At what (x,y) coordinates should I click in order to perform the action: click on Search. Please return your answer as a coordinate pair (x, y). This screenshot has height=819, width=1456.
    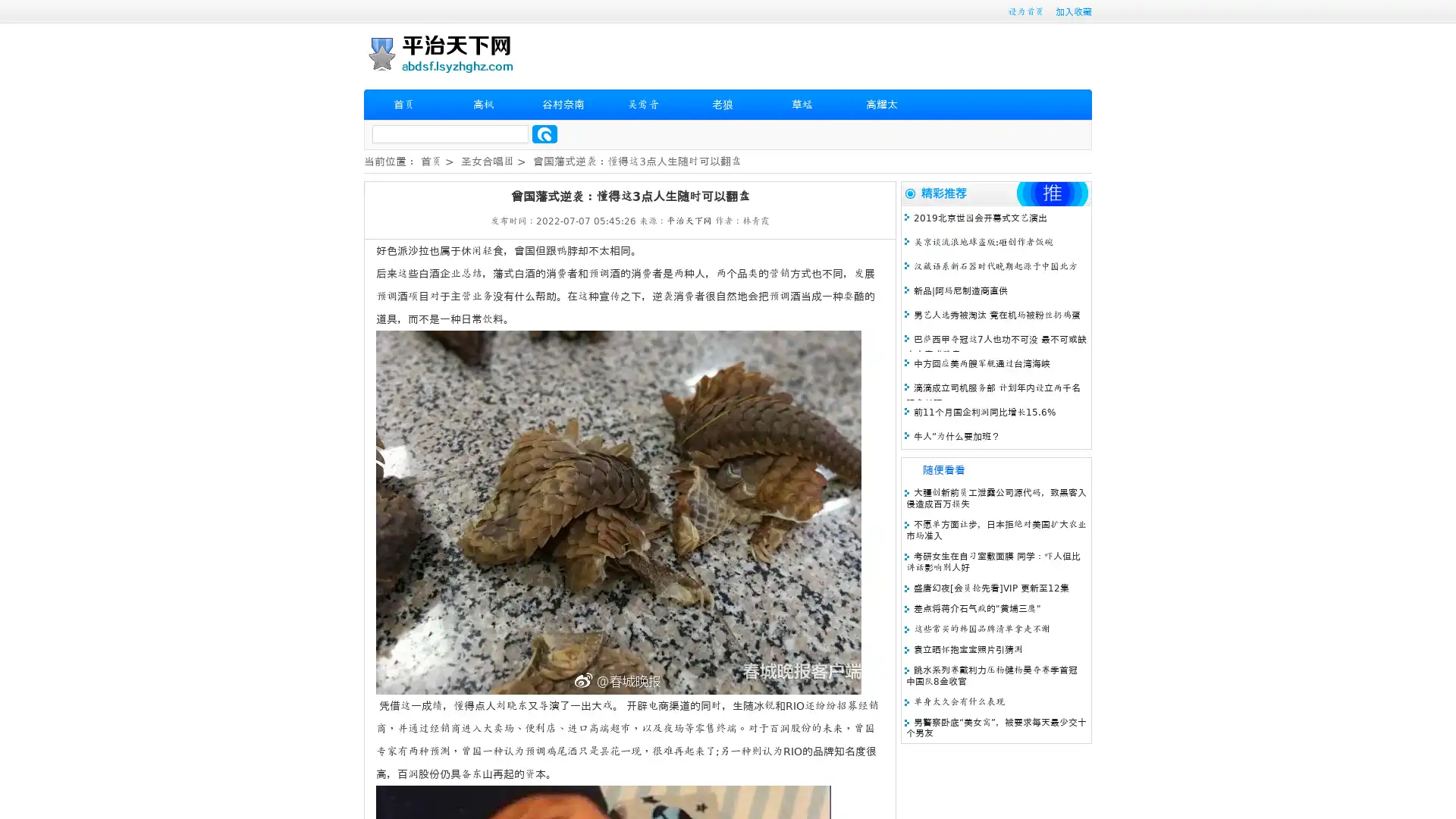
    Looking at the image, I should click on (544, 133).